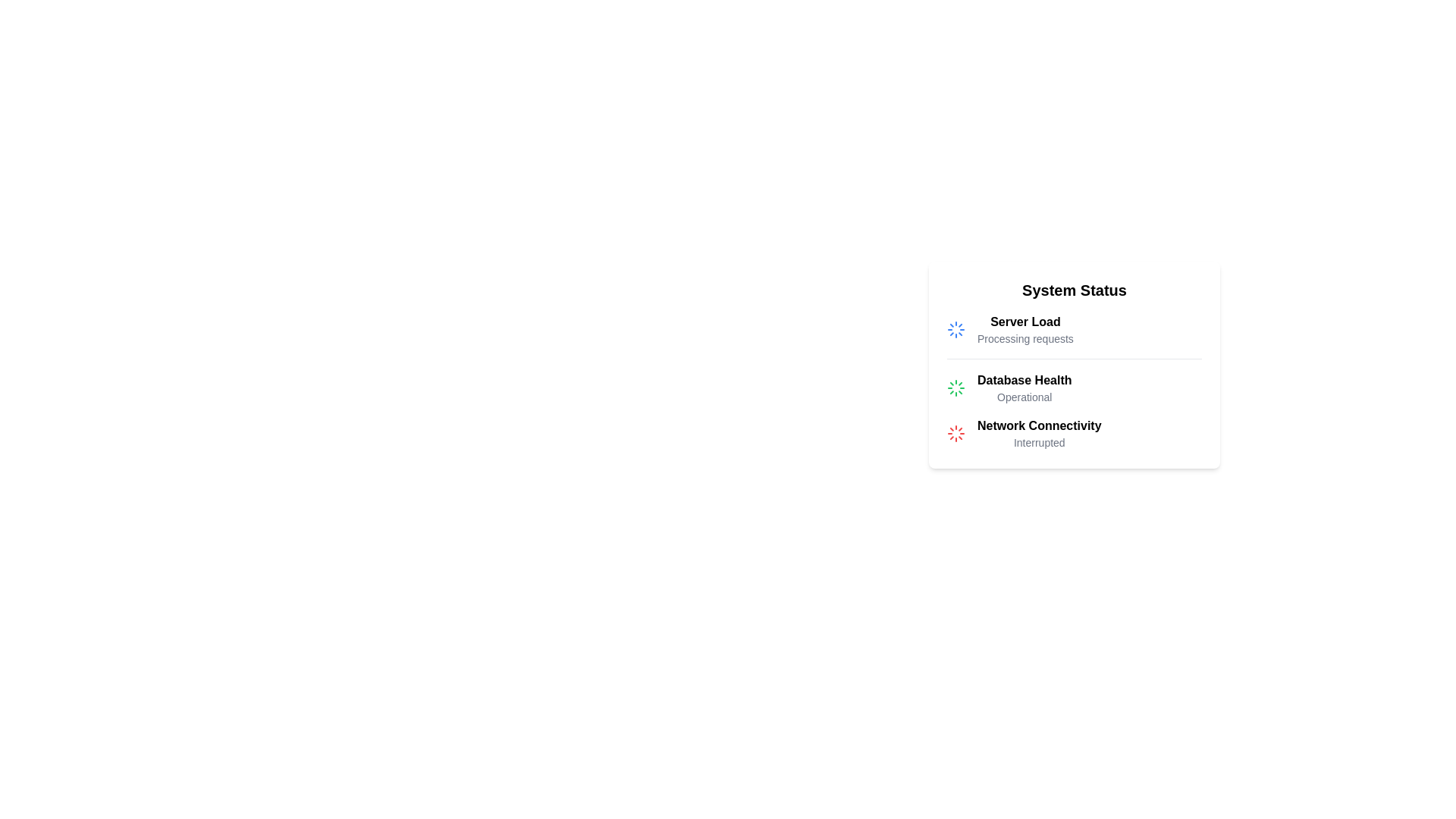 This screenshot has width=1456, height=819. What do you see at coordinates (1038, 442) in the screenshot?
I see `the status descriptor text label that informs the user about the current state of Network Connectivity, located directly below the bold 'Network Connectivity' text as part of the 'System Status' section` at bounding box center [1038, 442].